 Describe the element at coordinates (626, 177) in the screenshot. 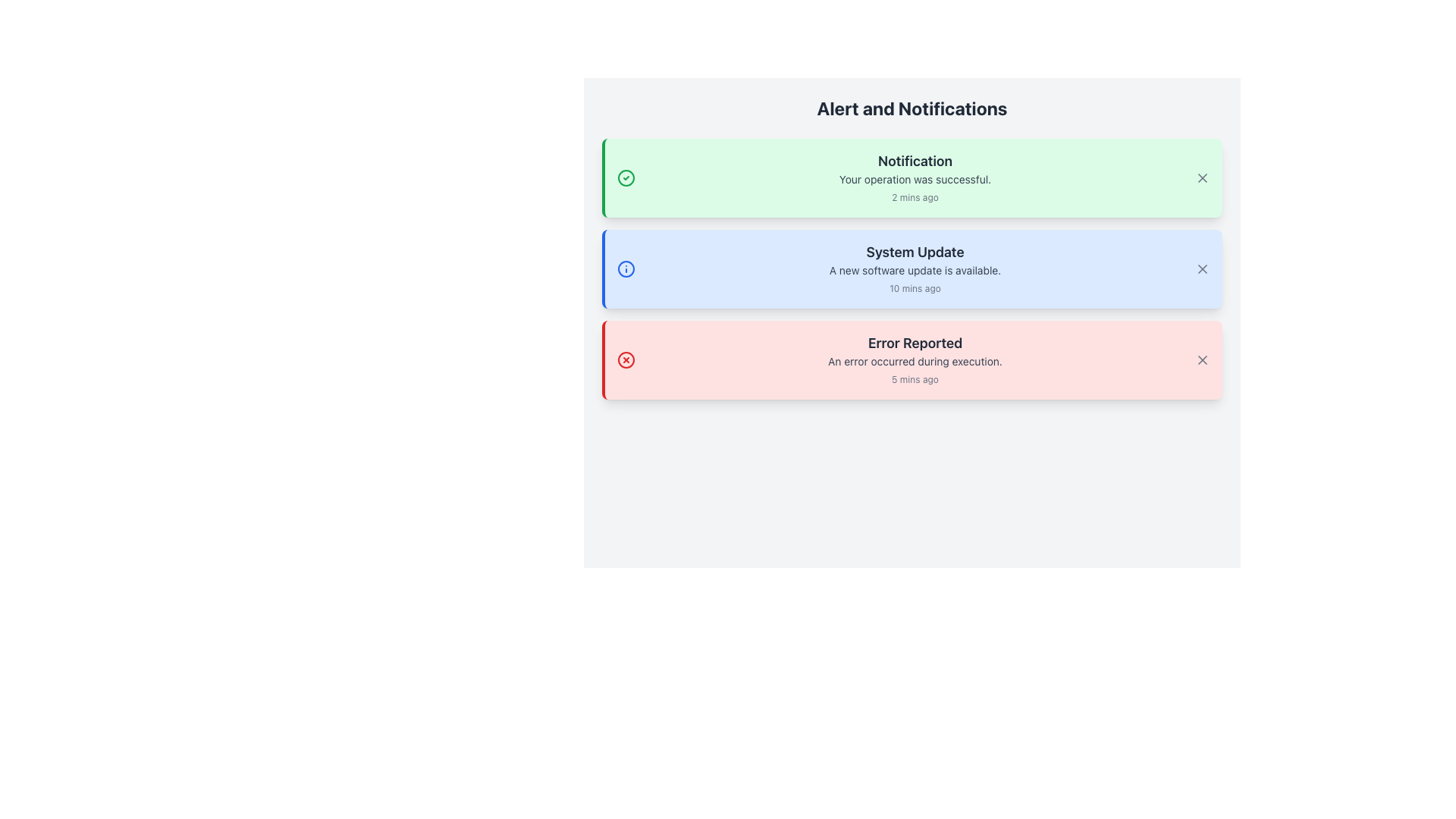

I see `the success status indicator icon located within the green notification card, positioned to the left of the title 'Notification'` at that location.